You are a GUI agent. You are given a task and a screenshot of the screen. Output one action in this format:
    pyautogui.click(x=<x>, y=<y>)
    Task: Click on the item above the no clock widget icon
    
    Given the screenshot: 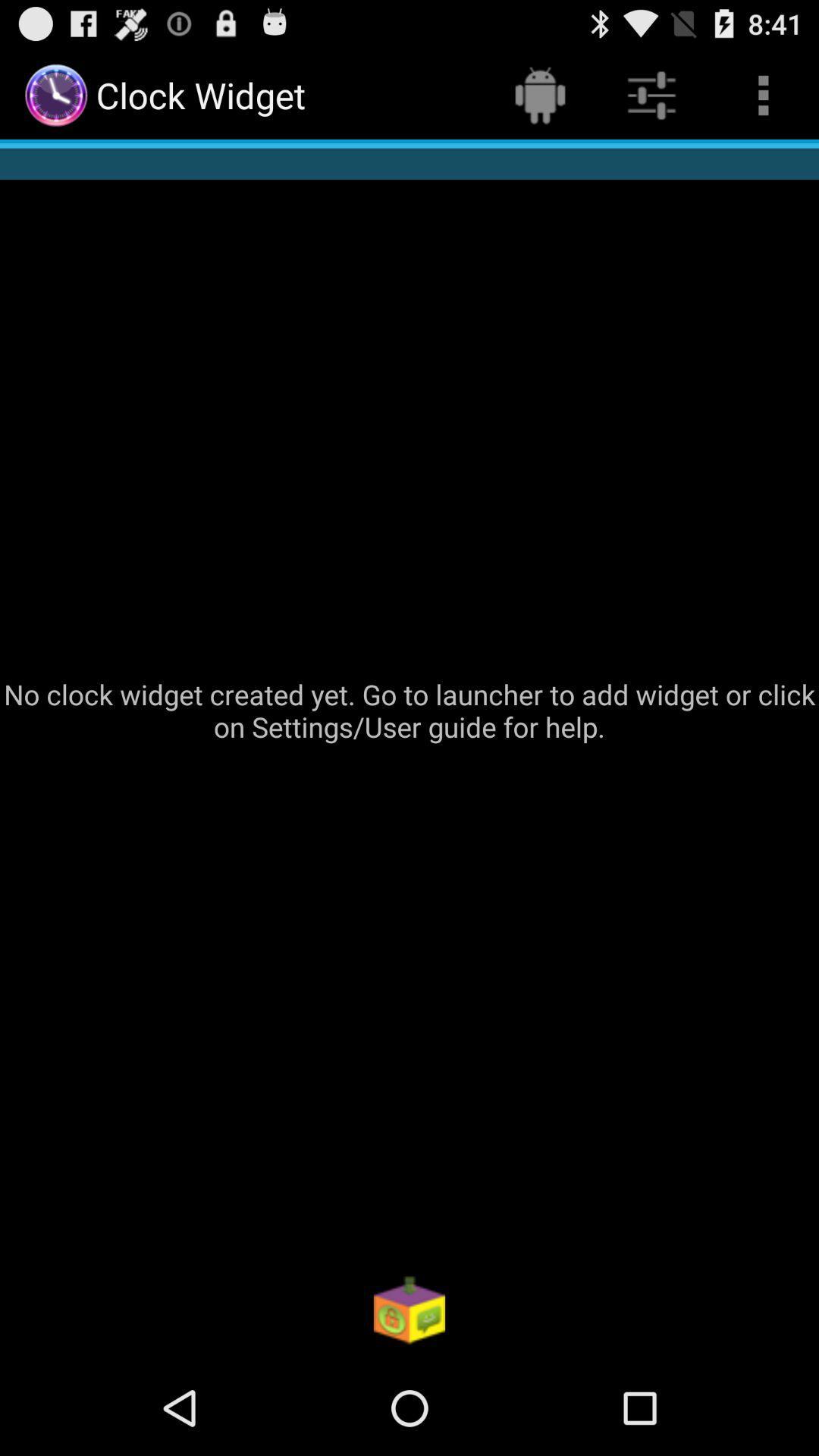 What is the action you would take?
    pyautogui.click(x=539, y=94)
    